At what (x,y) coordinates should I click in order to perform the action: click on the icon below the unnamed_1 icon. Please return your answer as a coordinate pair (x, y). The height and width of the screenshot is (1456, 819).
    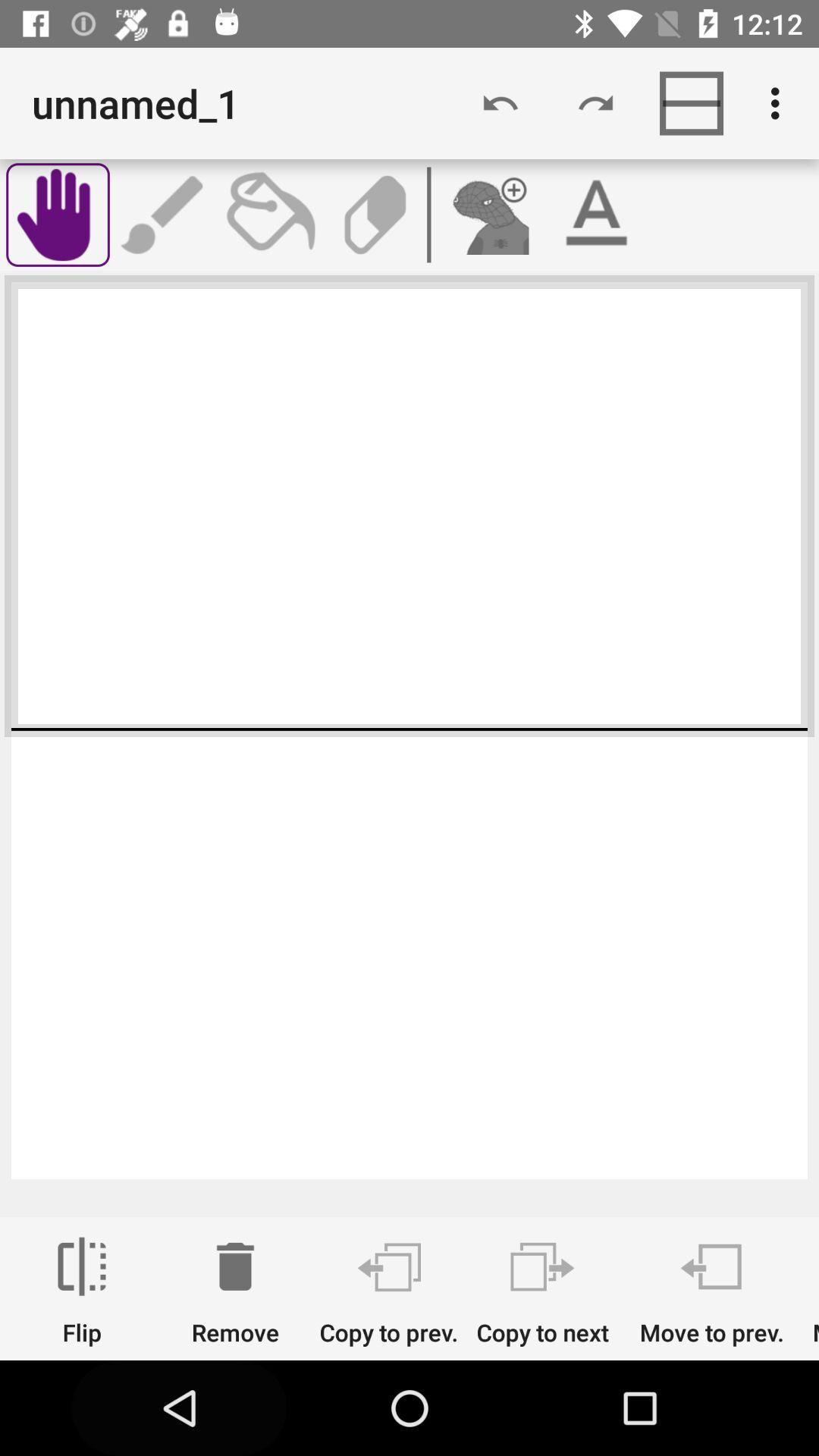
    Looking at the image, I should click on (57, 214).